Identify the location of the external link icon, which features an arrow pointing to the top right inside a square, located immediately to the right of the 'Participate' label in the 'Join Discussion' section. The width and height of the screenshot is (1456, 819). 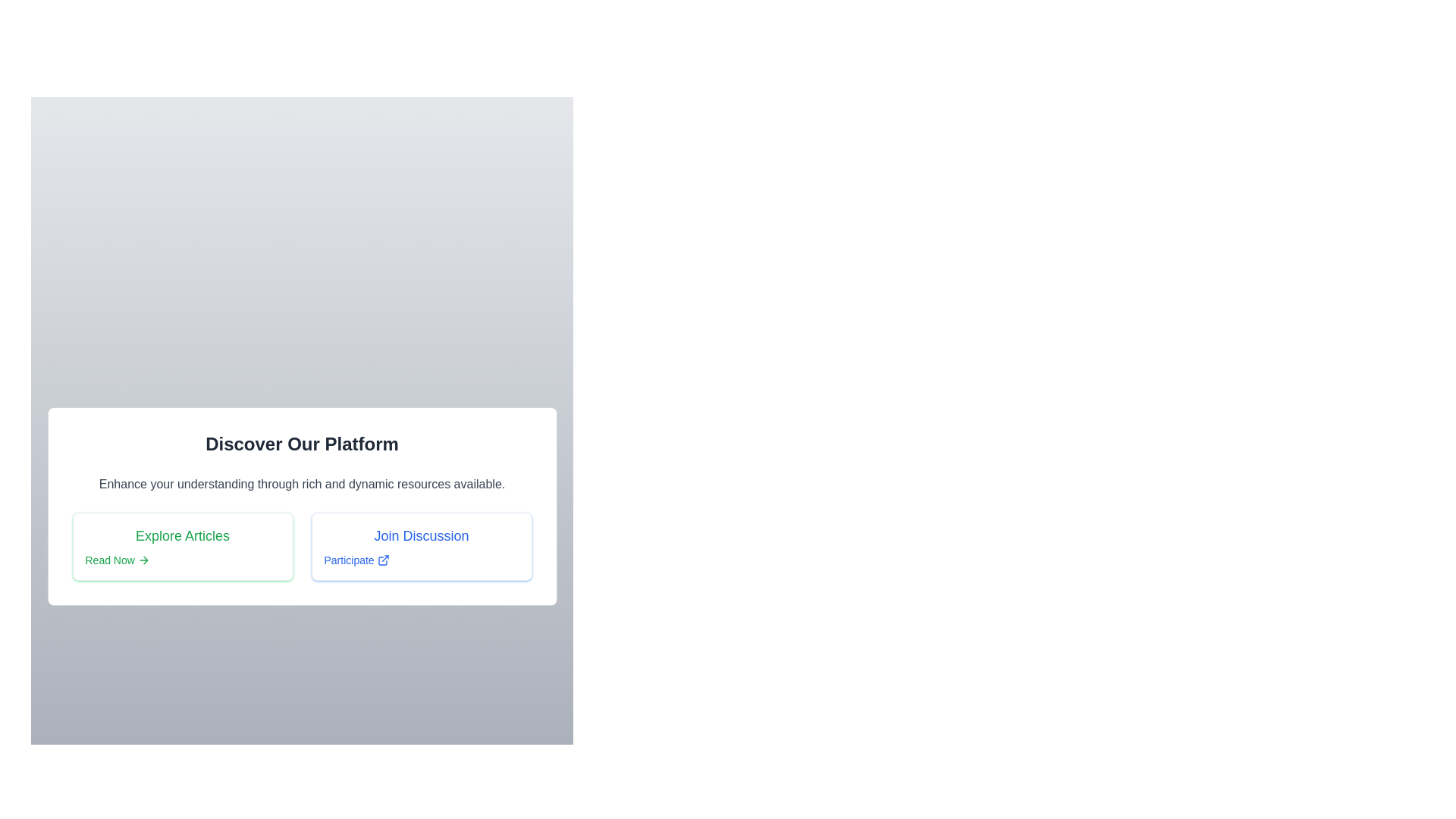
(383, 560).